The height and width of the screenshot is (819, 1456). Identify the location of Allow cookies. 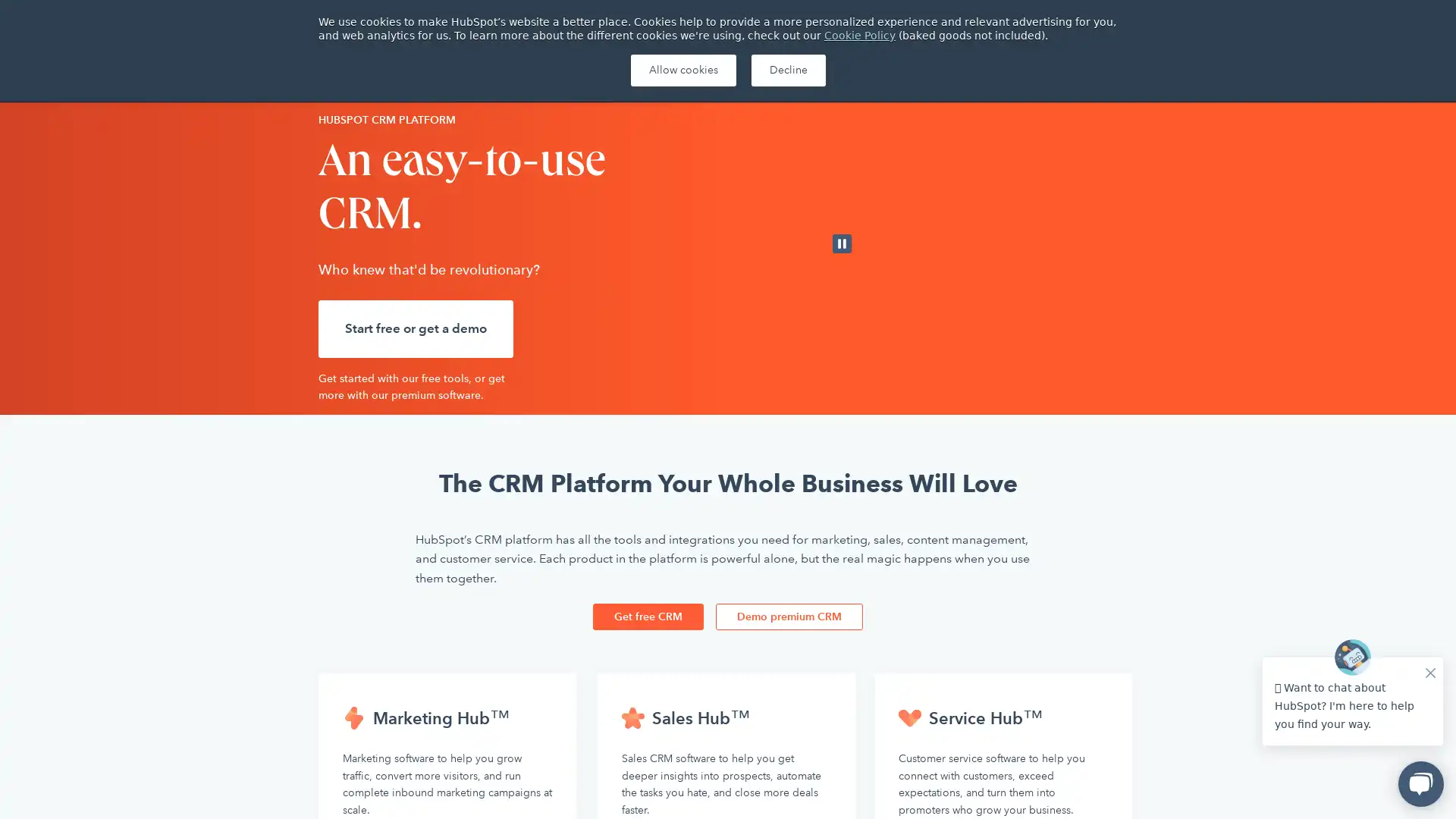
(682, 70).